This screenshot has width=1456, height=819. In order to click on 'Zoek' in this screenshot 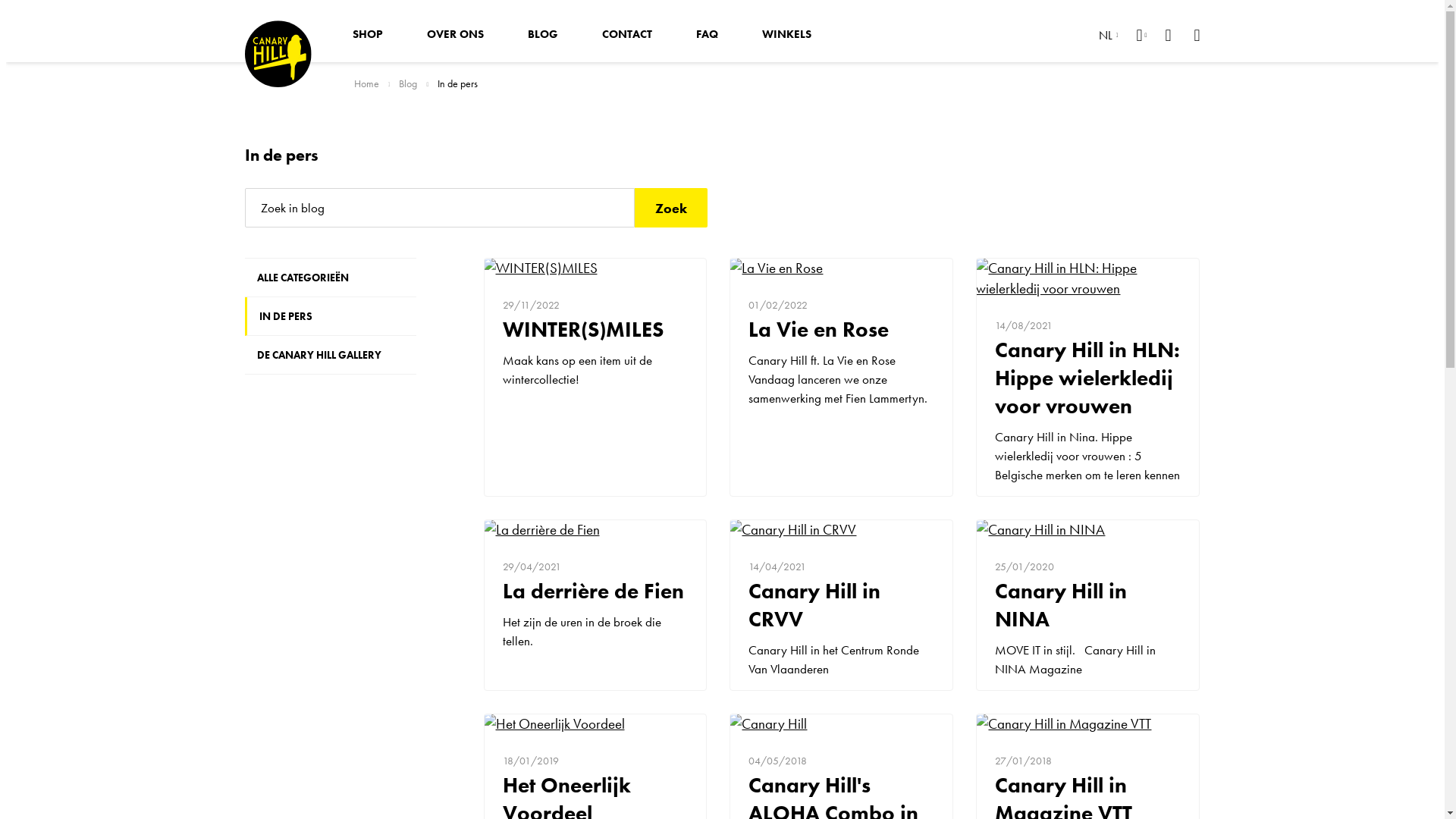, I will do `click(669, 207)`.